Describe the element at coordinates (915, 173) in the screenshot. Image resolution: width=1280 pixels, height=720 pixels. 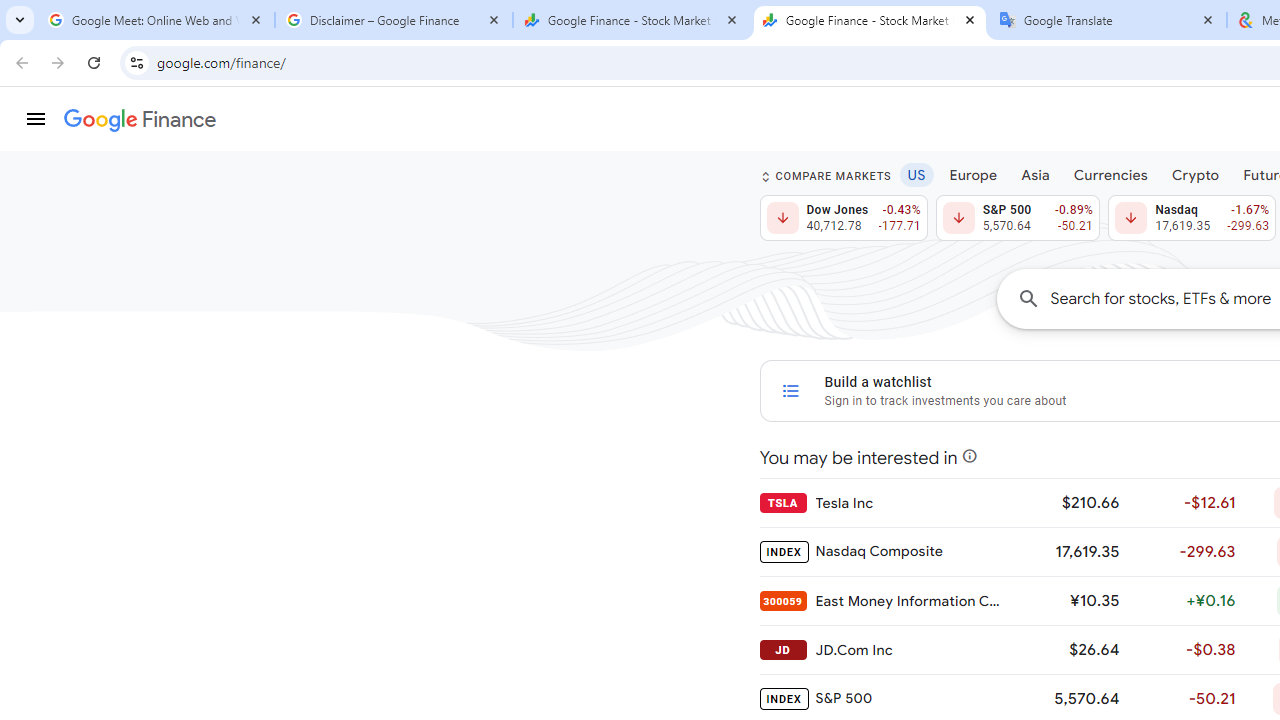
I see `'US'` at that location.